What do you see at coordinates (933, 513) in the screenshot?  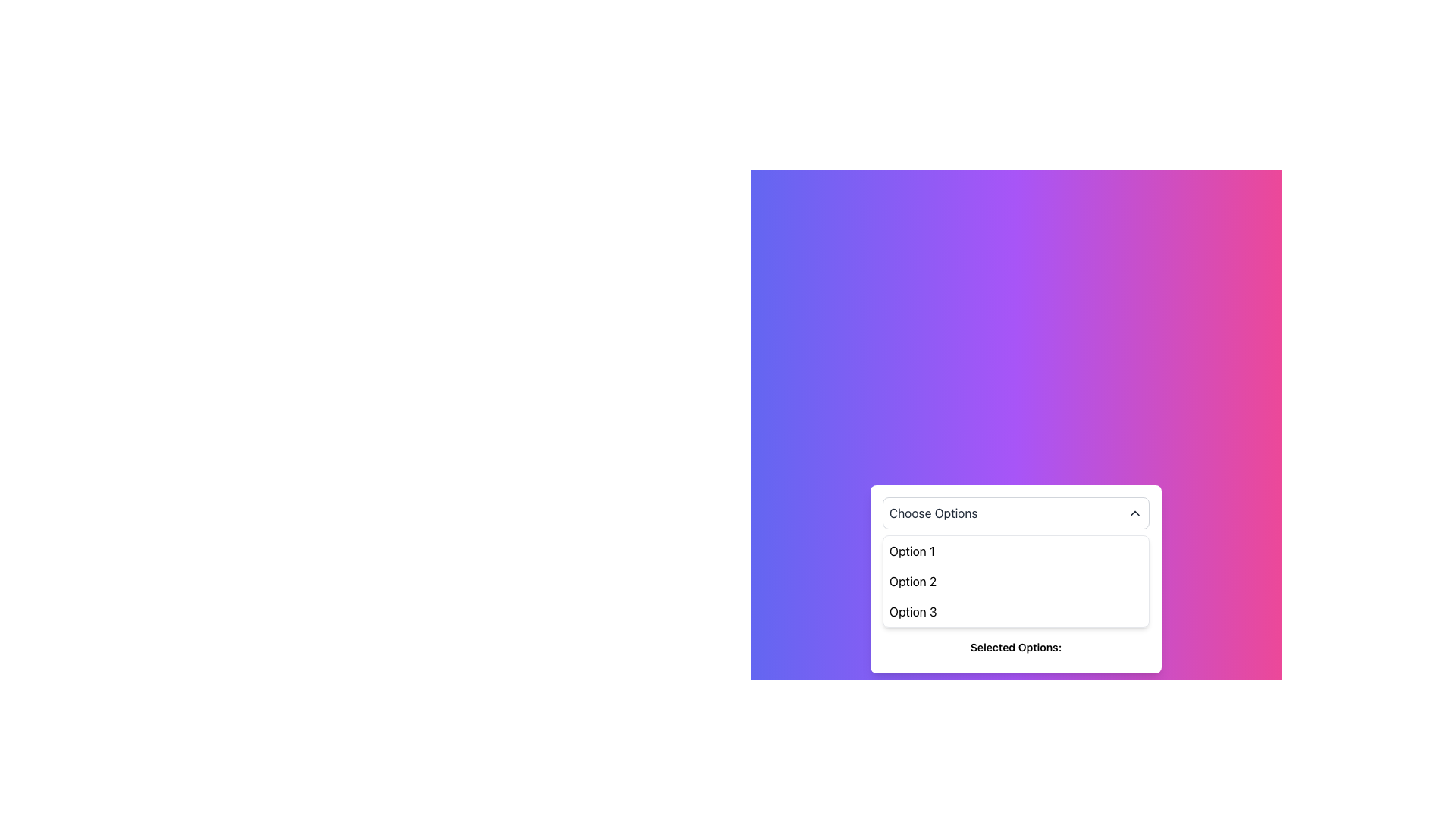 I see `the static text label displaying 'Choose Options' in the dropdown menu interface` at bounding box center [933, 513].